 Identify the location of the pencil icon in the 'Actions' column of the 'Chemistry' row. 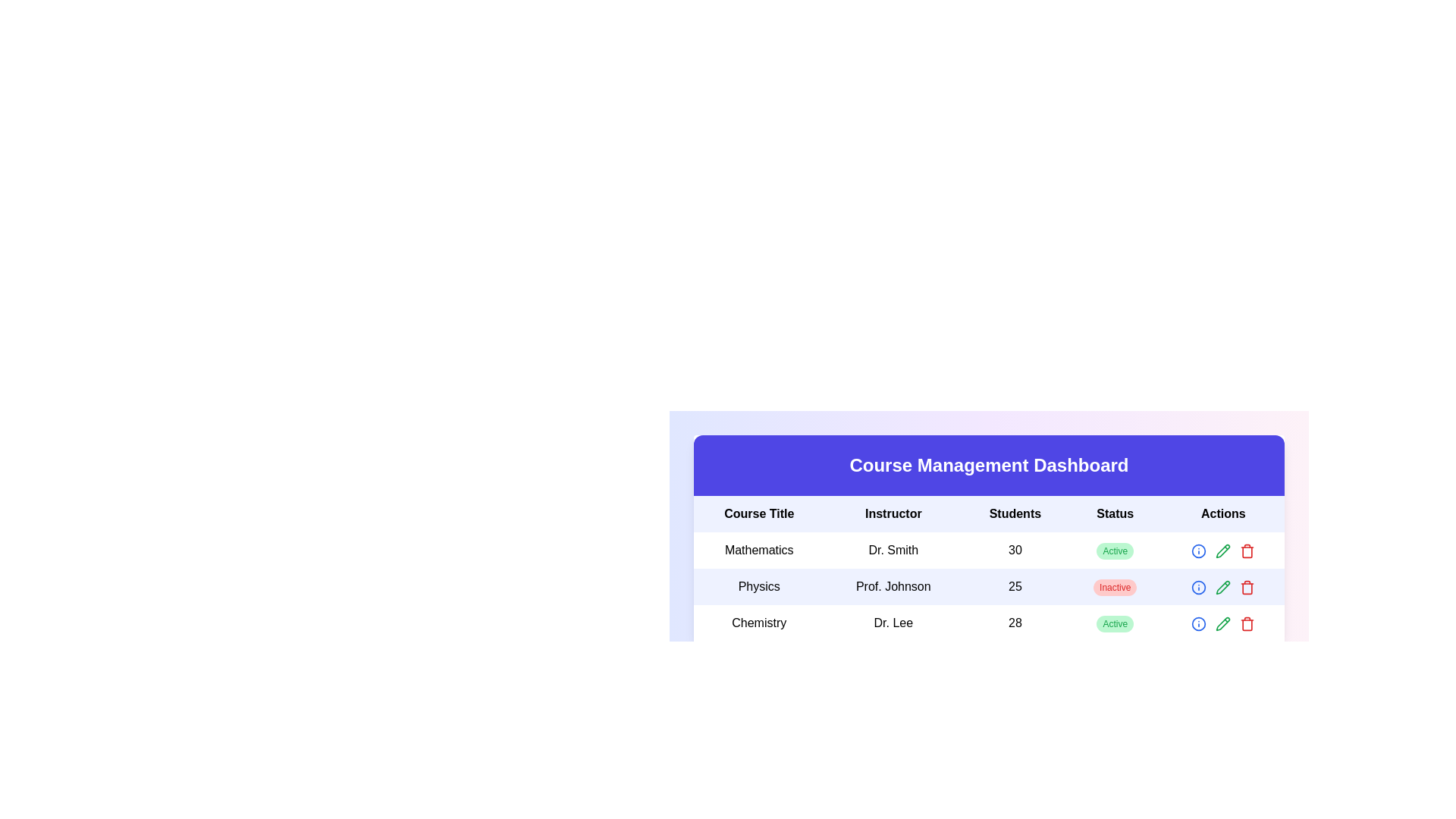
(1223, 623).